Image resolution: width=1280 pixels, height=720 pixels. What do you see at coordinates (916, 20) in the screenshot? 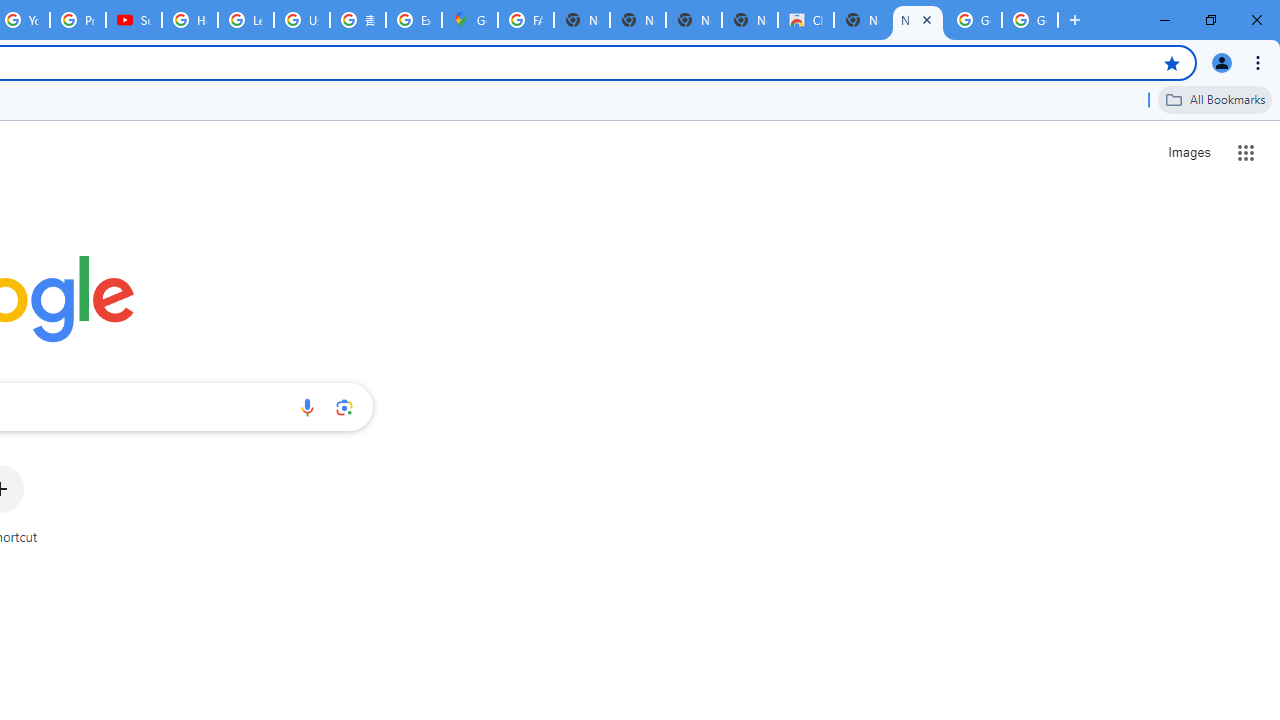
I see `'New Tab'` at bounding box center [916, 20].